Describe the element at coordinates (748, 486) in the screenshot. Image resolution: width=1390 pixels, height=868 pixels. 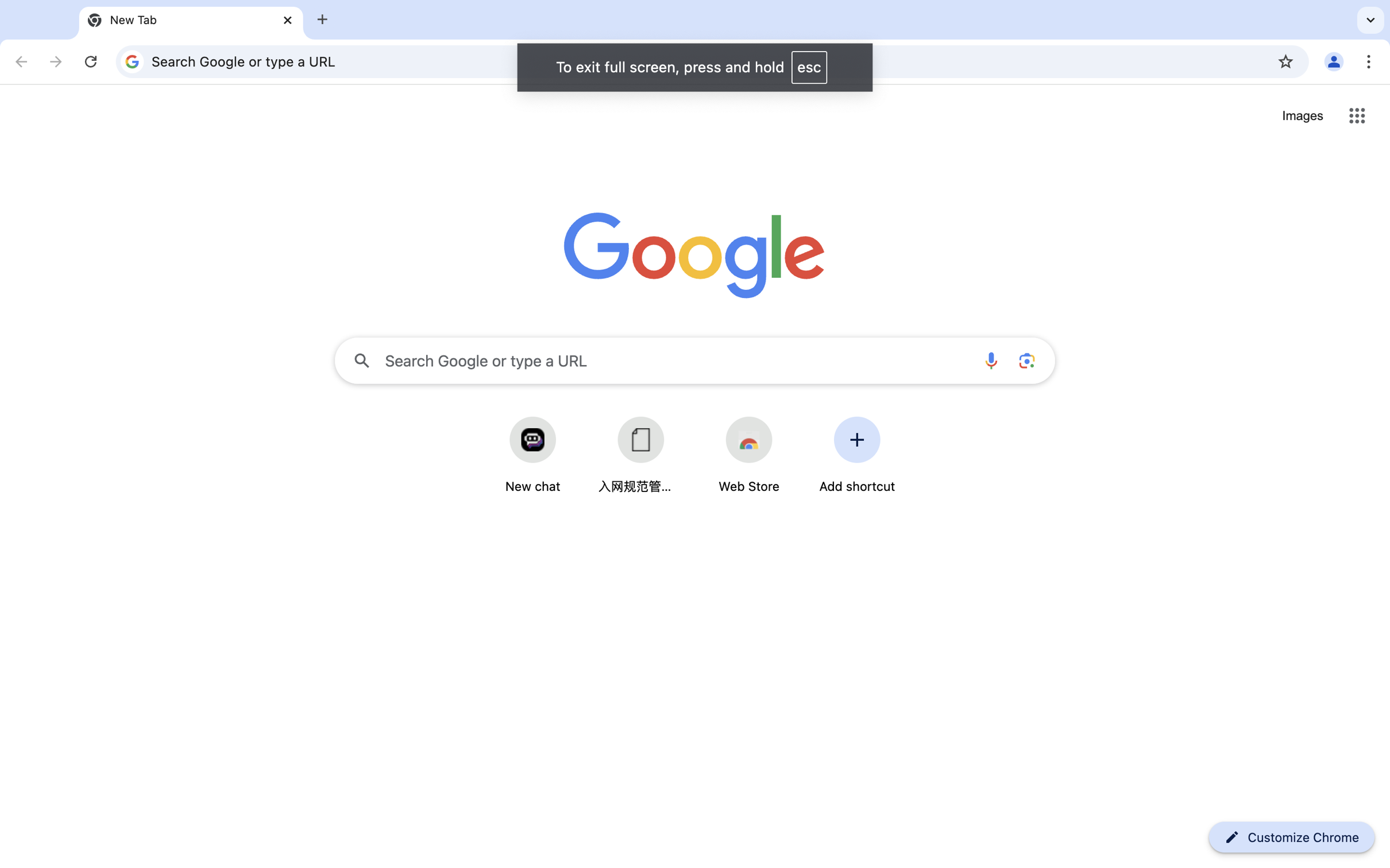
I see `'Web Store'` at that location.